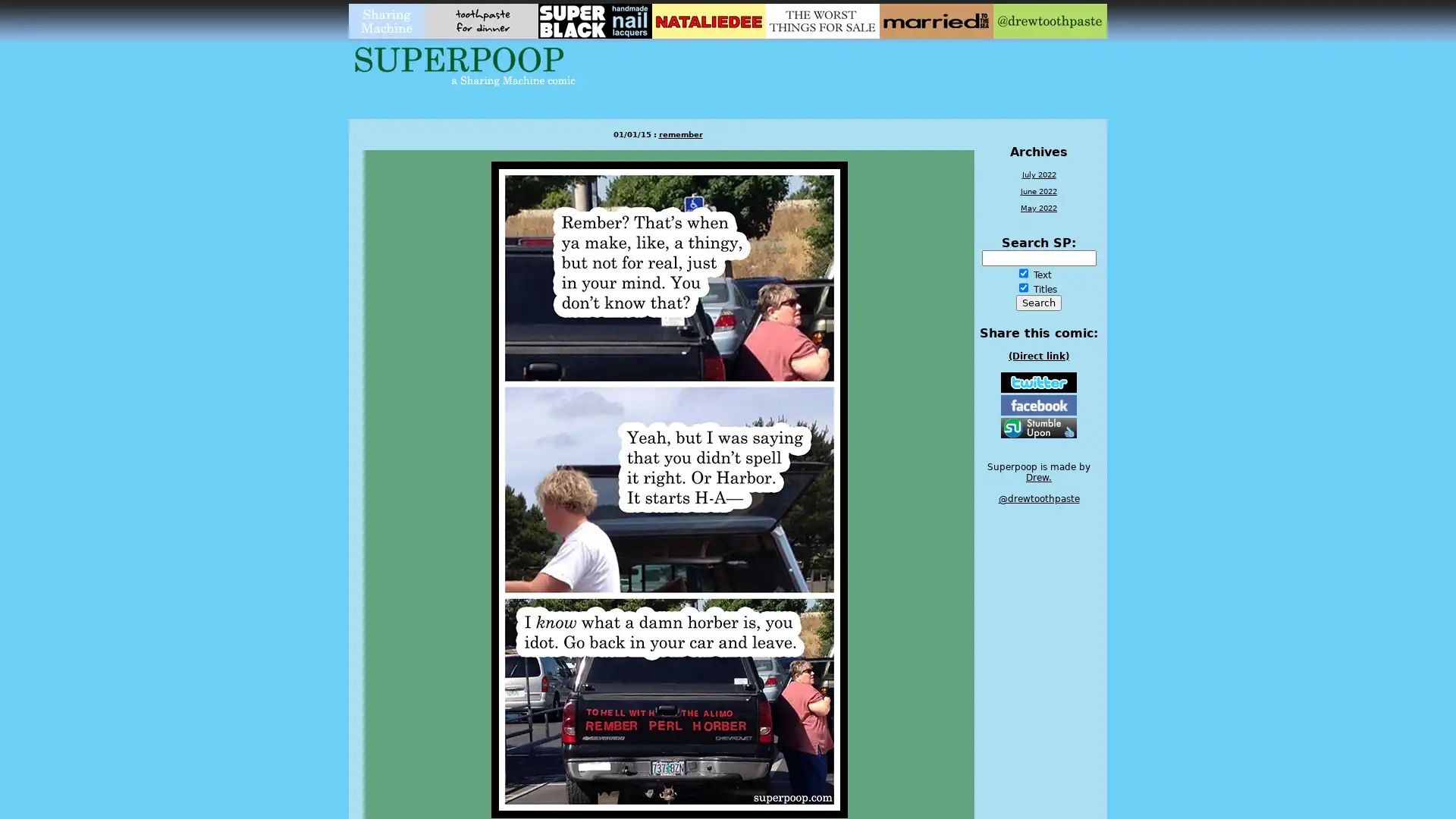 This screenshot has width=1456, height=819. I want to click on Search, so click(1037, 303).